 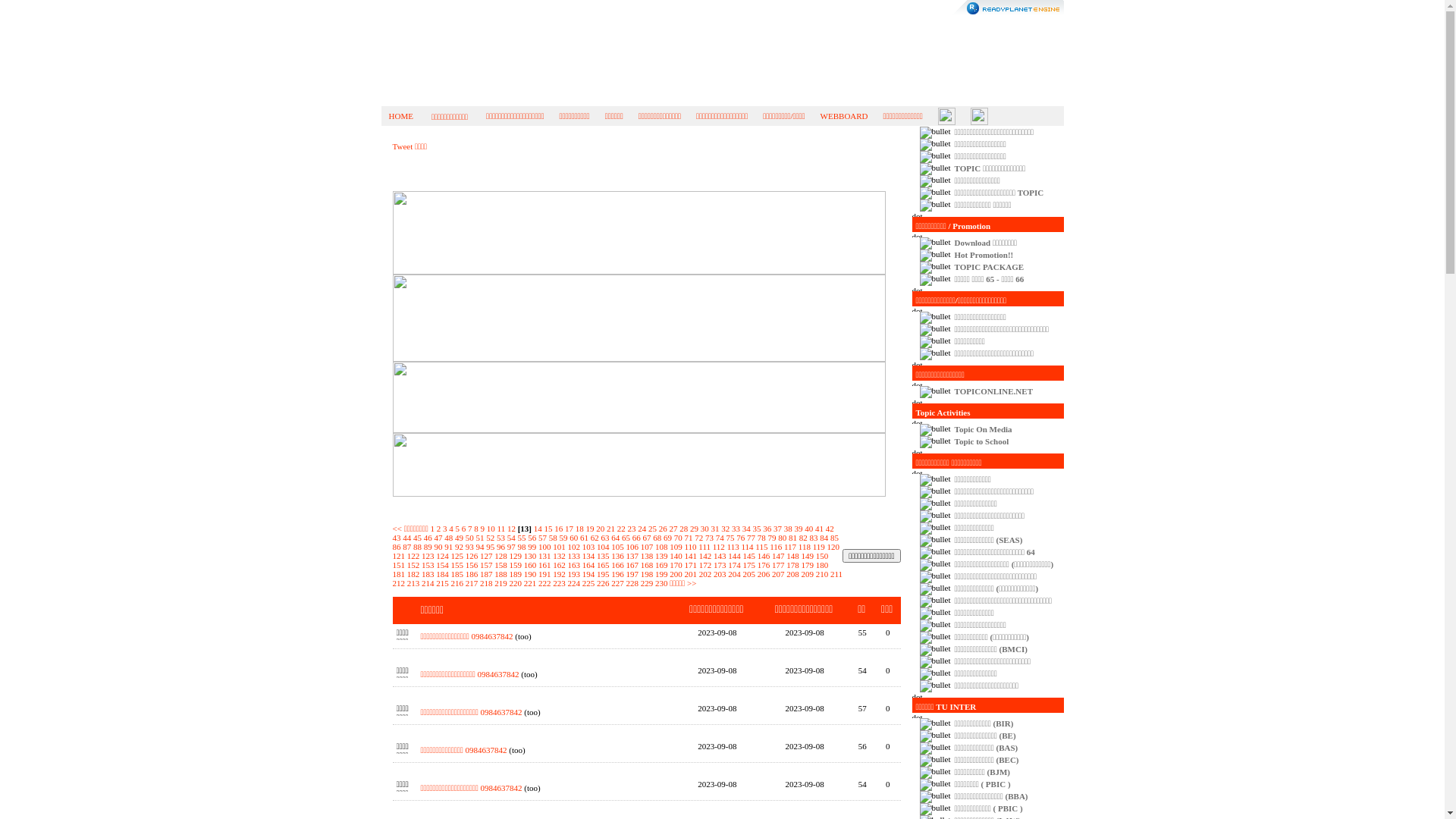 I want to click on '128', so click(x=500, y=555).